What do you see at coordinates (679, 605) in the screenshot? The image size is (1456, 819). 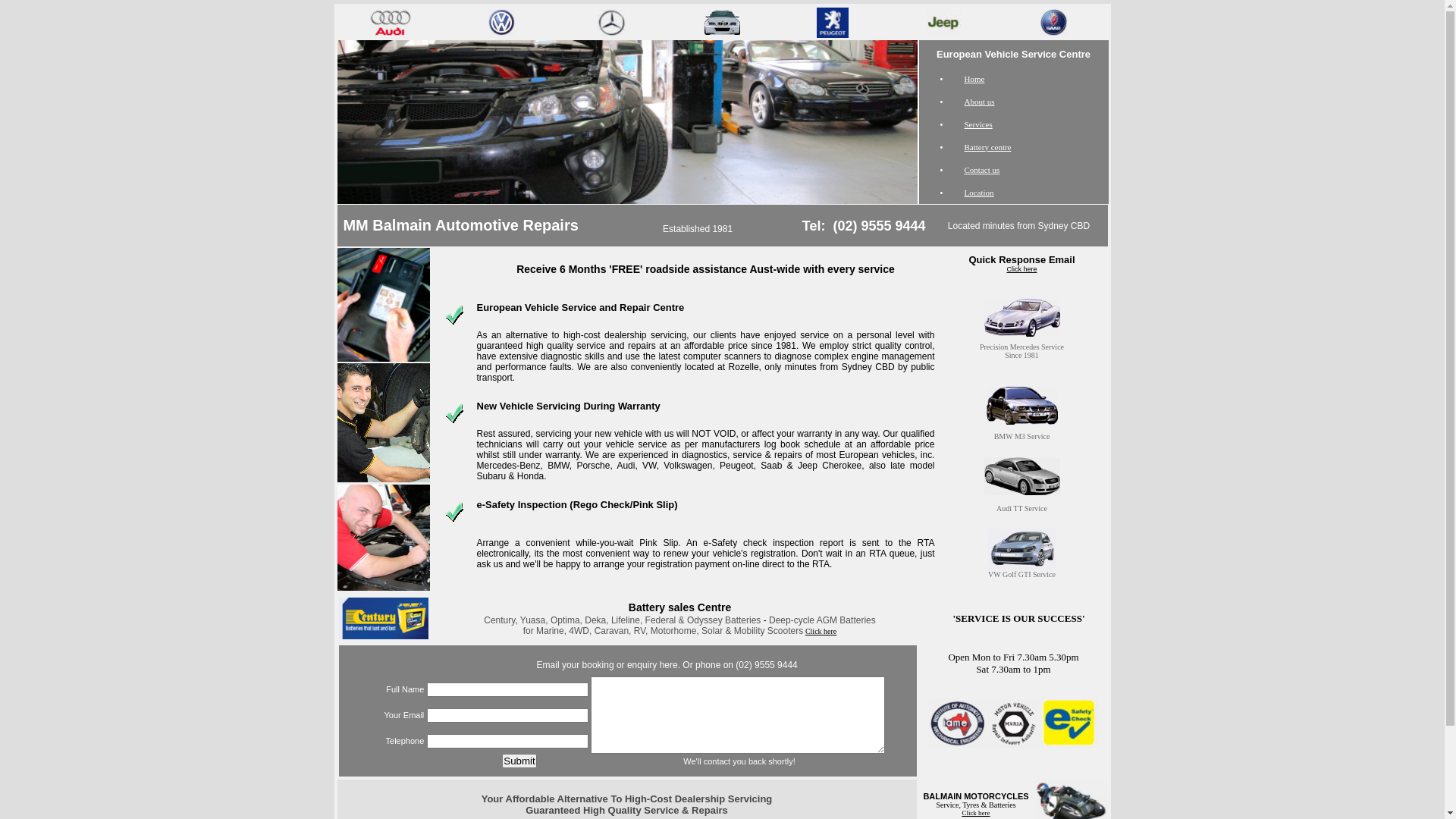 I see `'Battery sales Centre'` at bounding box center [679, 605].